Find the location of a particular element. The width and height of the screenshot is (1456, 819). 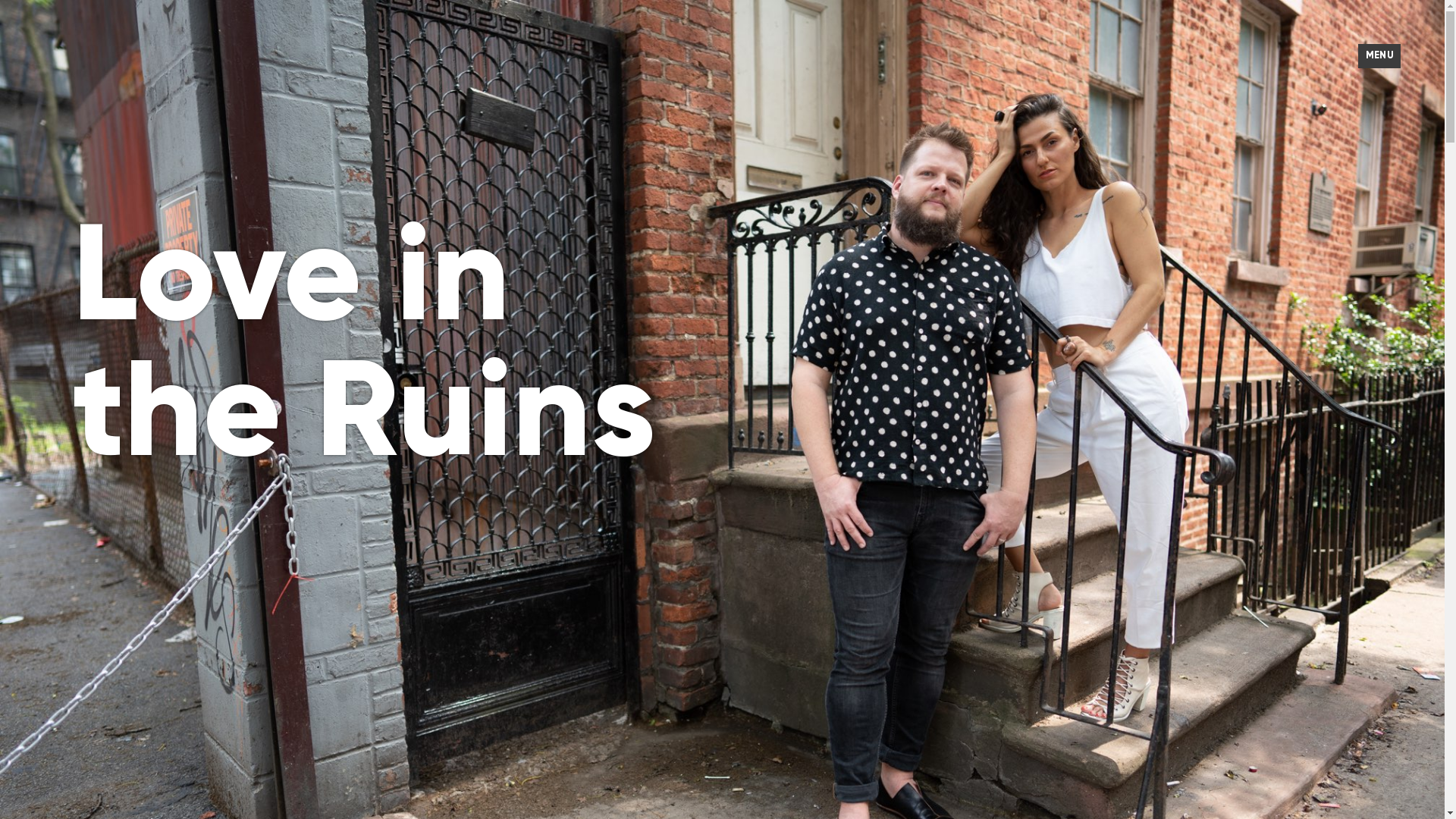

'VIEW is located at coordinates (1379, 55).